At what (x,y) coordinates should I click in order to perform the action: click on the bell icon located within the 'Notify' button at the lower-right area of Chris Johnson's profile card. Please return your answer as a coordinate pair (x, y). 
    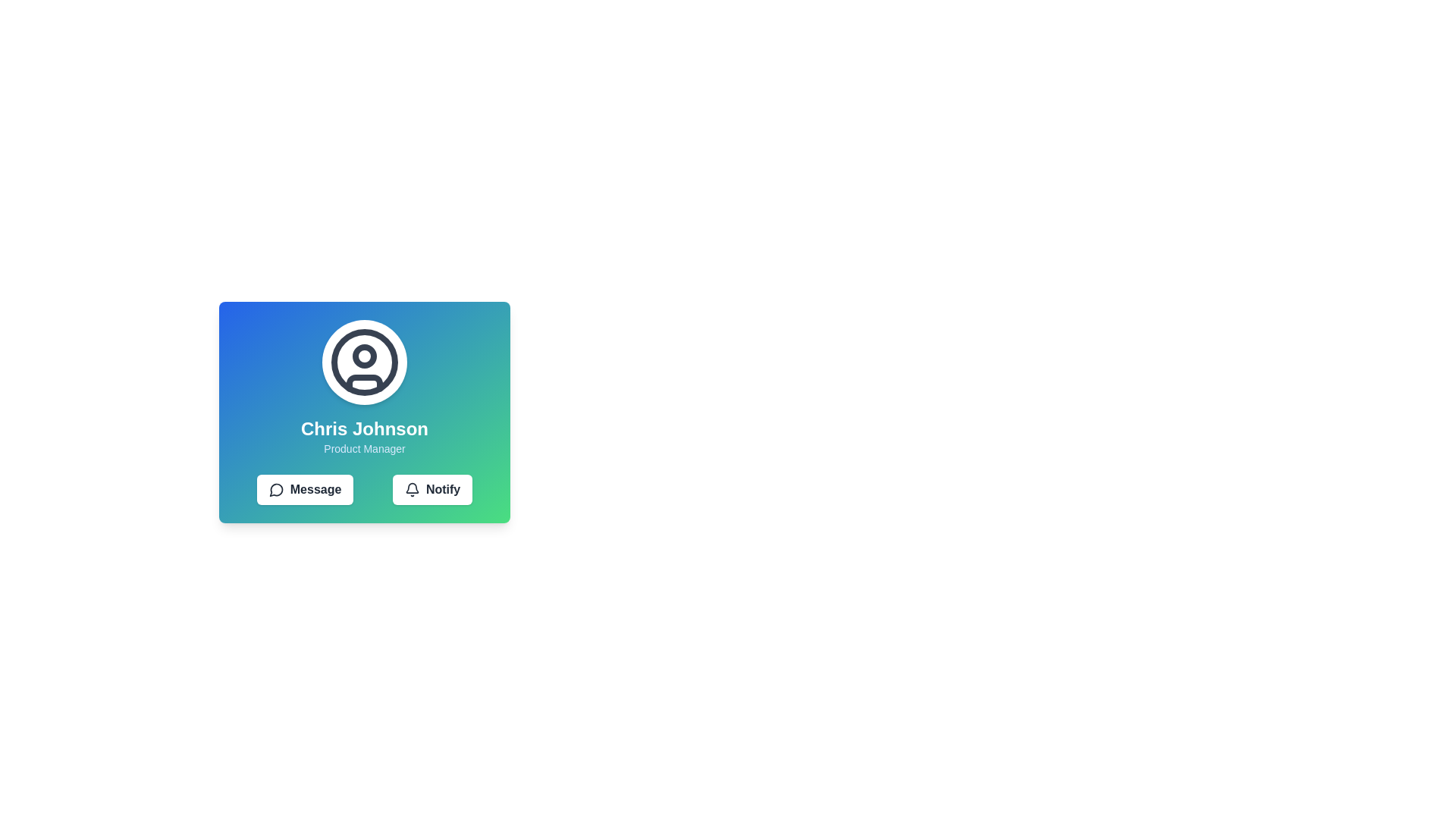
    Looking at the image, I should click on (412, 489).